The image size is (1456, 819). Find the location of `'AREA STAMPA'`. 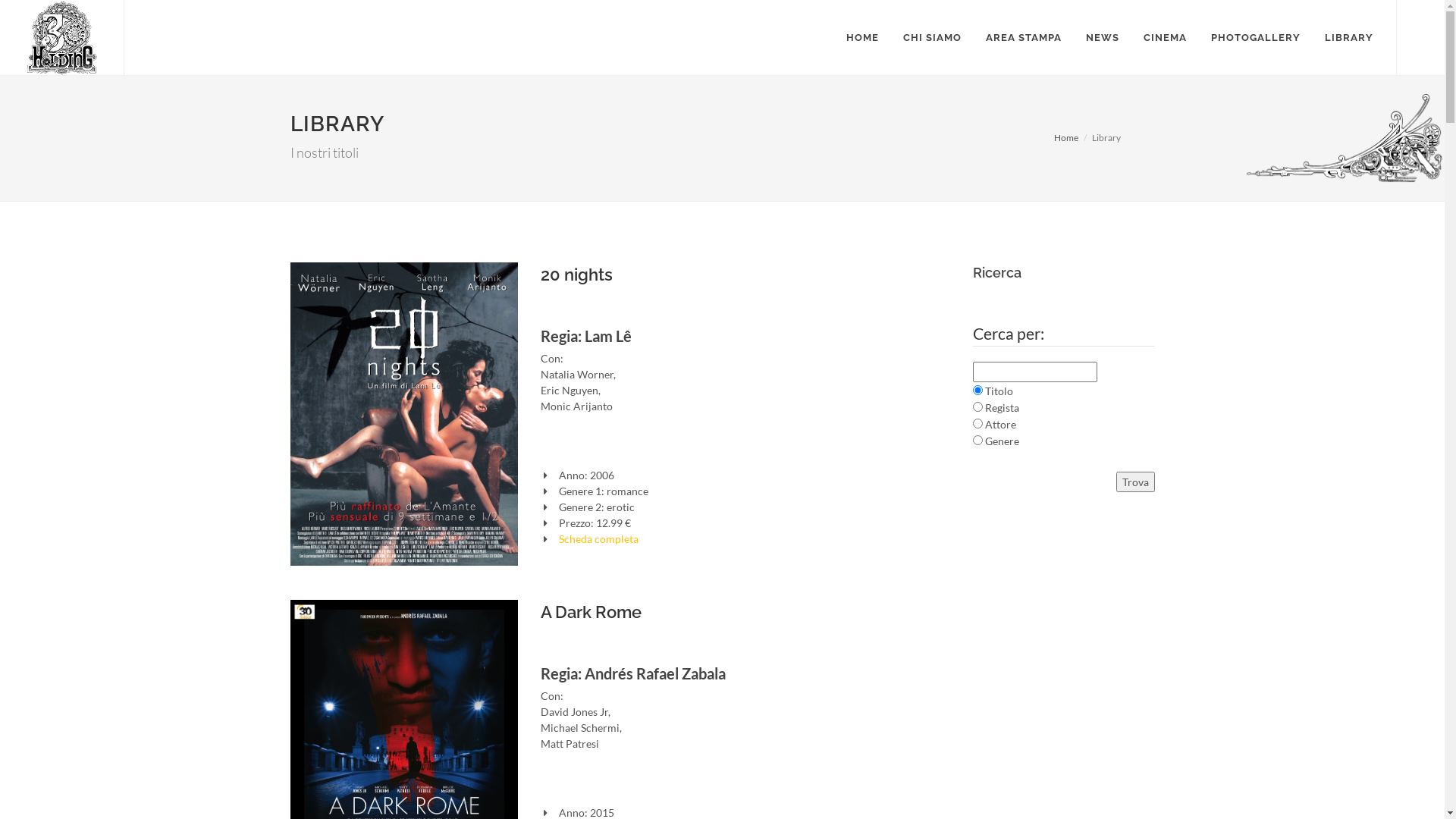

'AREA STAMPA' is located at coordinates (1023, 37).